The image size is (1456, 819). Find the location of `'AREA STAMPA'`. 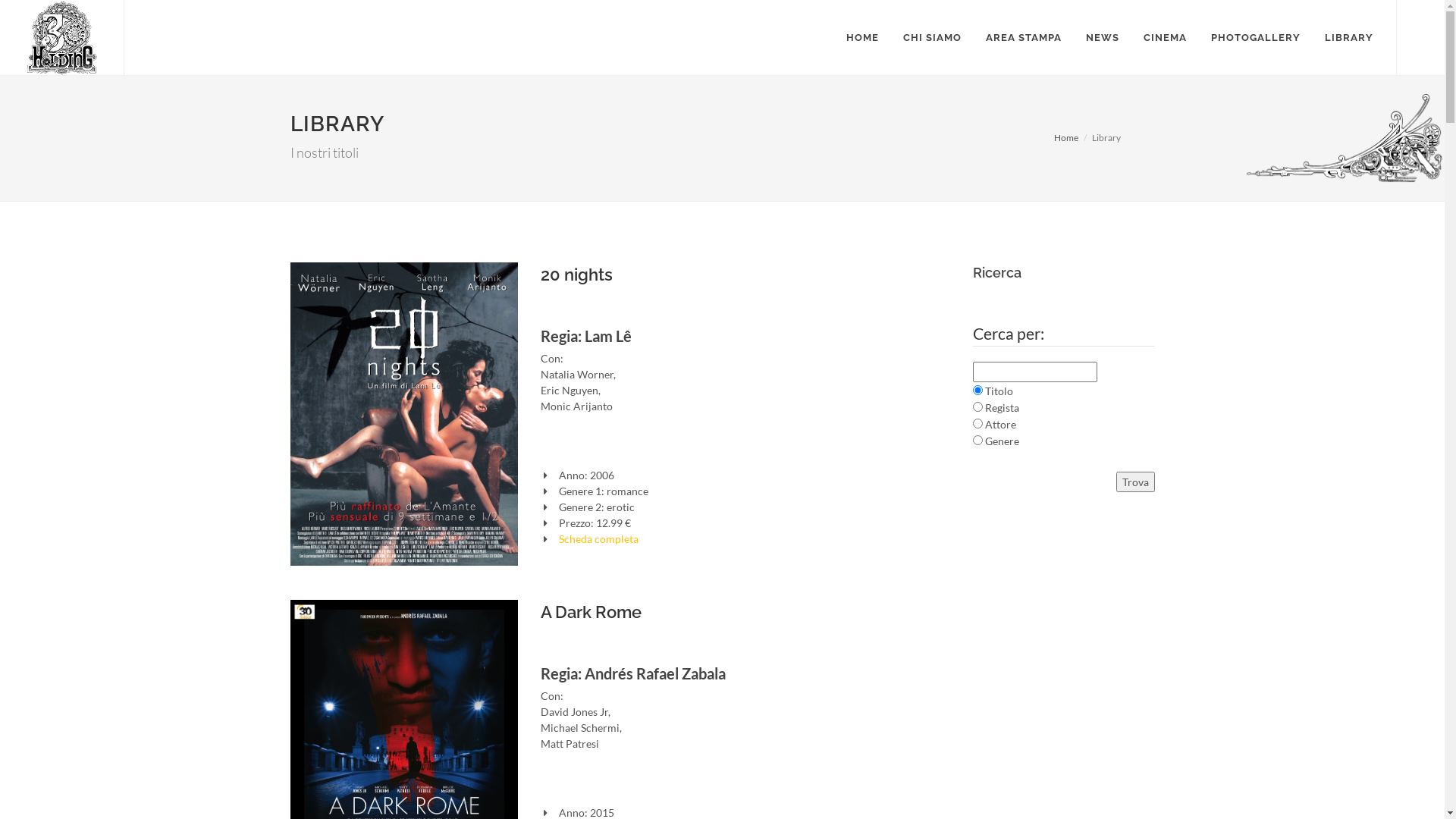

'AREA STAMPA' is located at coordinates (1023, 37).